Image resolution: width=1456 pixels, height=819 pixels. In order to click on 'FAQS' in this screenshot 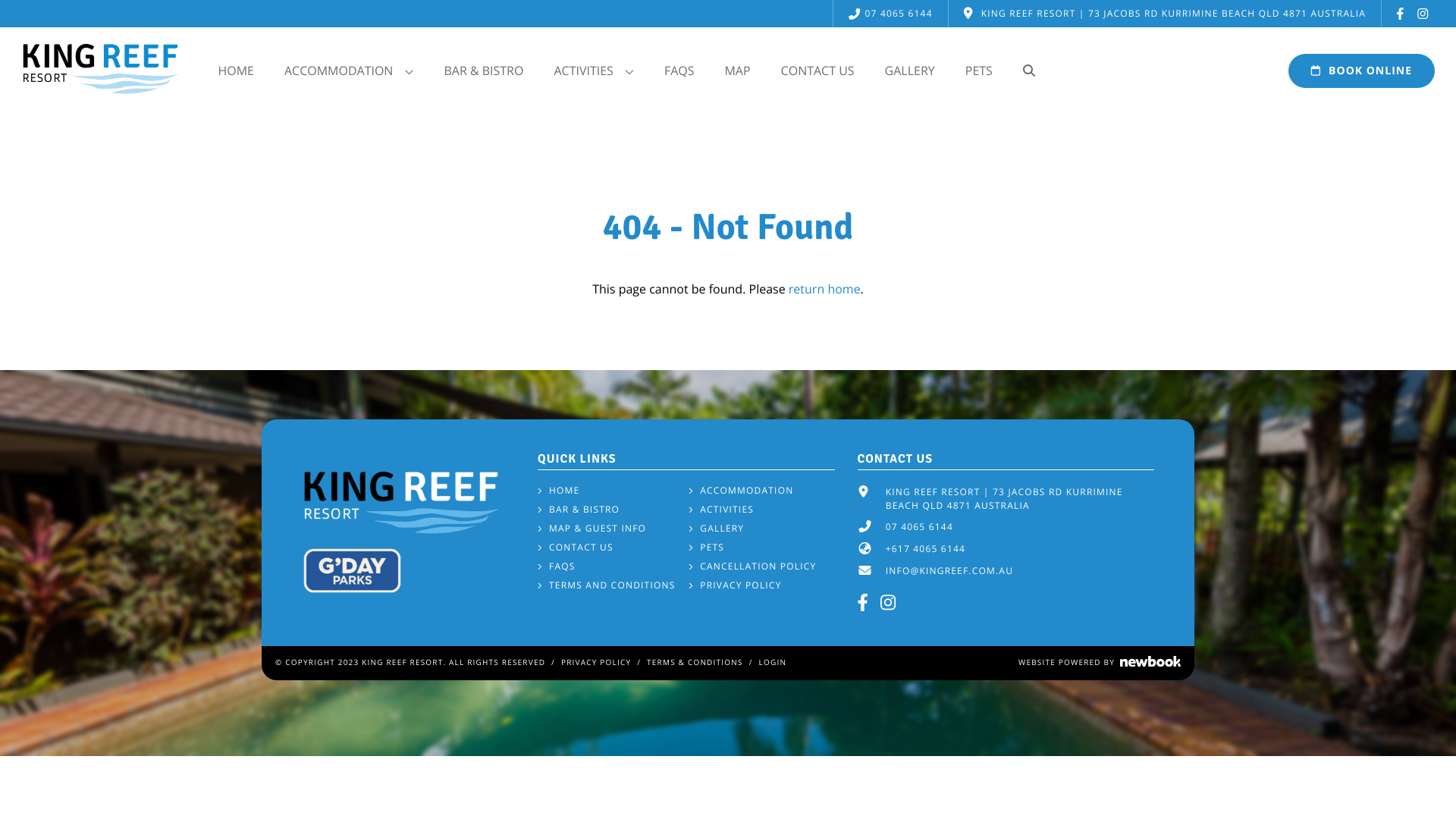, I will do `click(679, 70)`.